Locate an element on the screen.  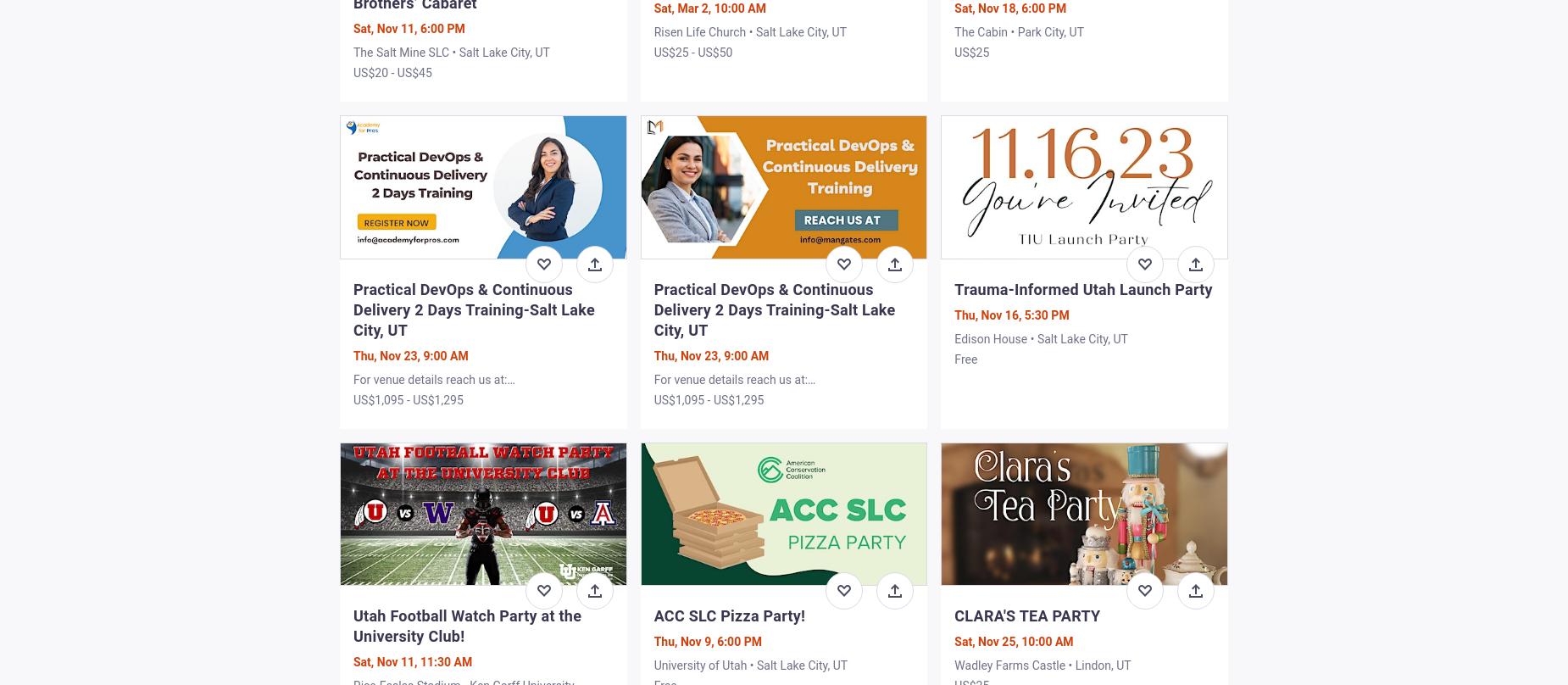
'Practical DevOps & Continuous Delivery 2 Days Training-Salt Lake City, UT' is located at coordinates (474, 308).